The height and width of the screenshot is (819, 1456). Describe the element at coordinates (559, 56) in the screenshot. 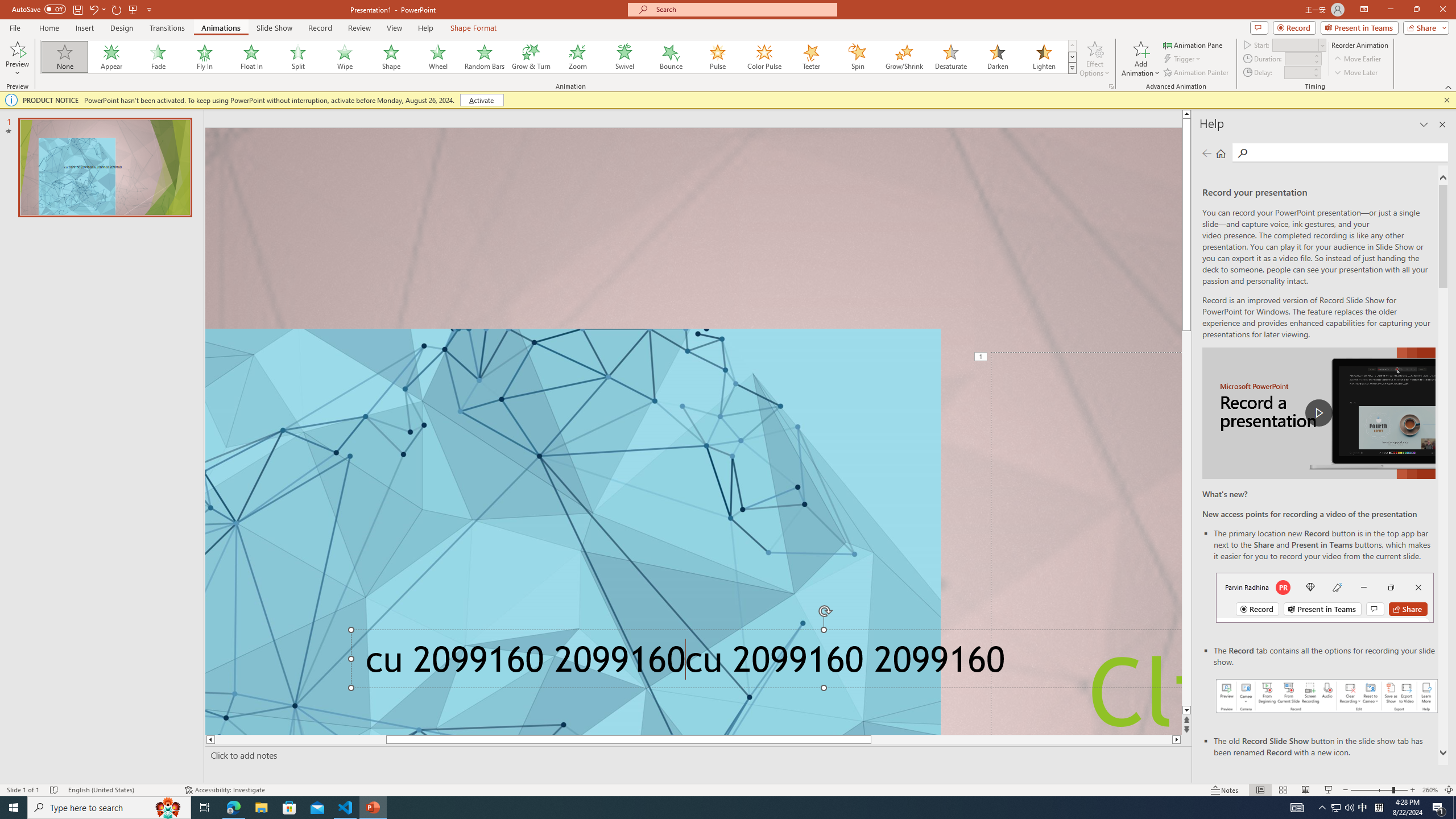

I see `'AutomationID: AnimationGallery'` at that location.